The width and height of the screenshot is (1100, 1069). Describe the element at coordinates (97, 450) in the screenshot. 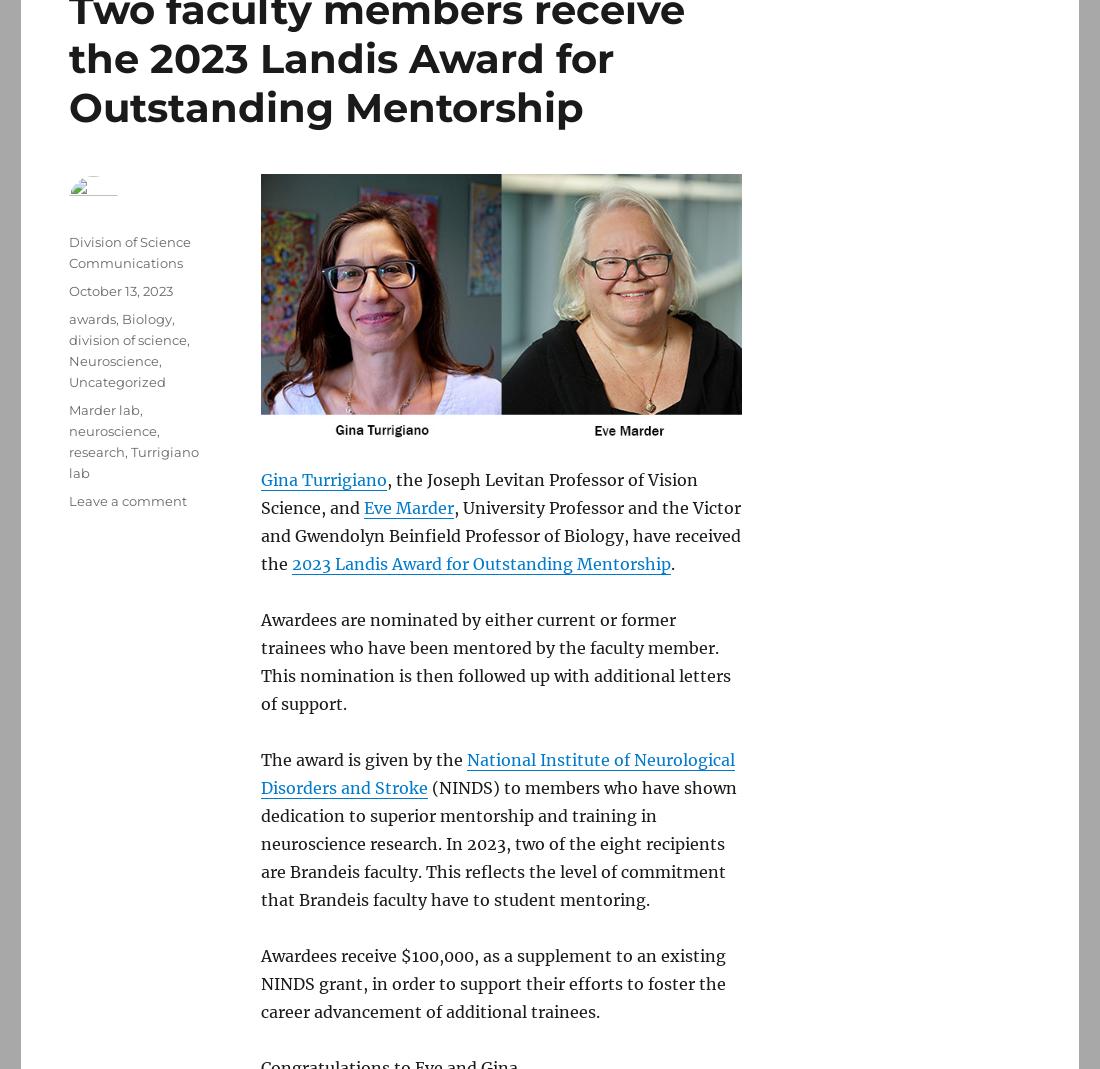

I see `'research'` at that location.